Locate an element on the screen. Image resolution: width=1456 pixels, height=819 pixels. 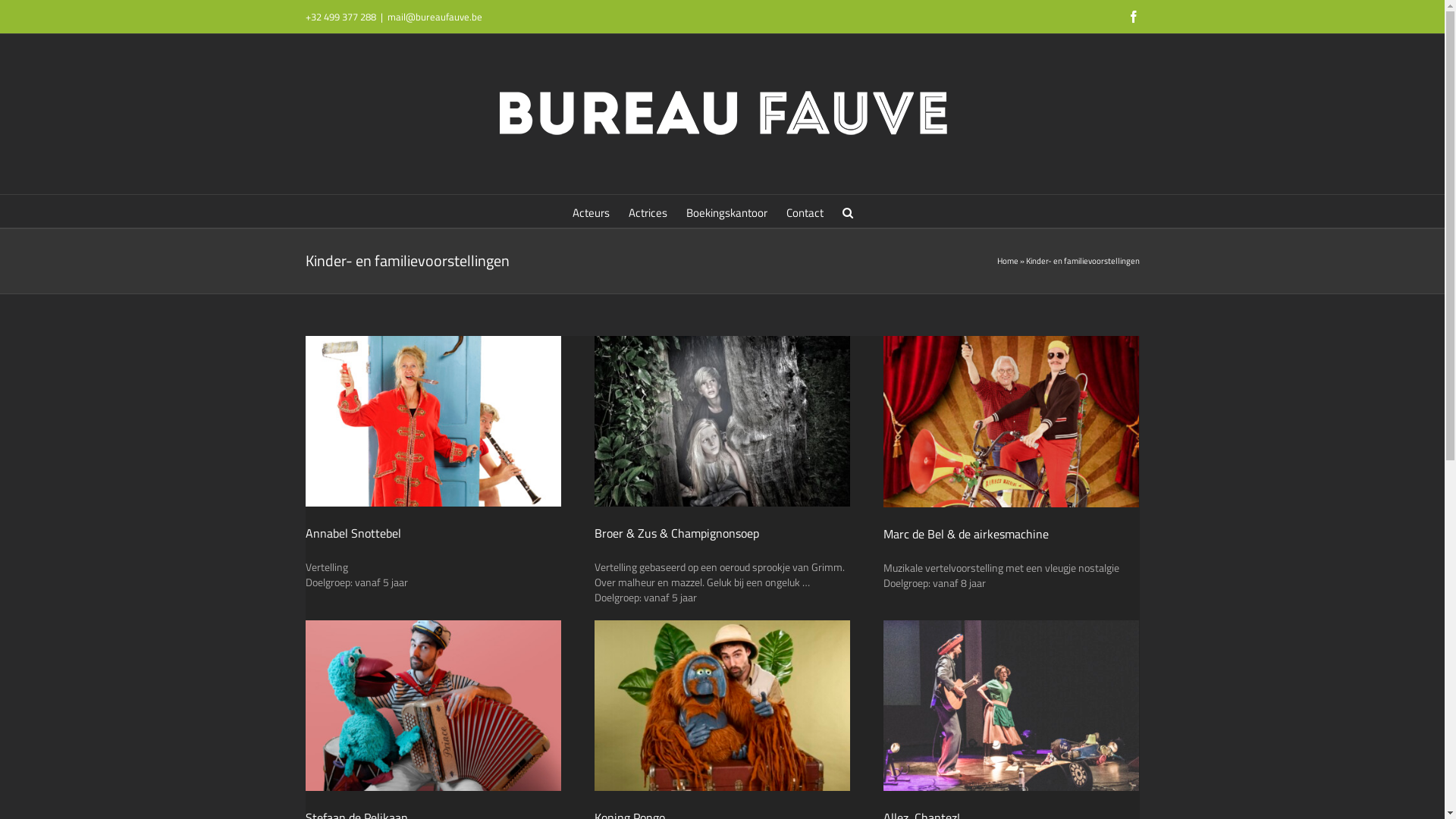
'mail@bureaufauve.be' is located at coordinates (433, 17).